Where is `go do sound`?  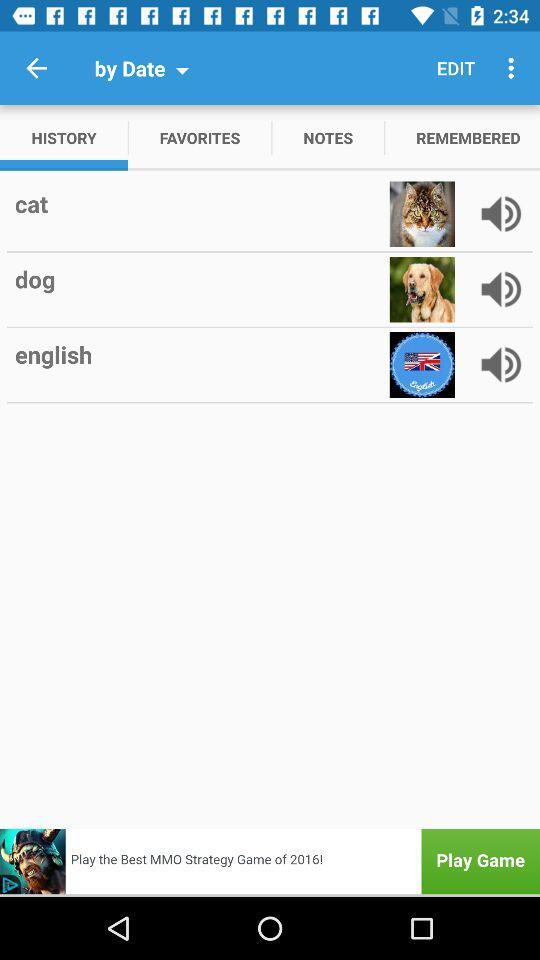 go do sound is located at coordinates (500, 288).